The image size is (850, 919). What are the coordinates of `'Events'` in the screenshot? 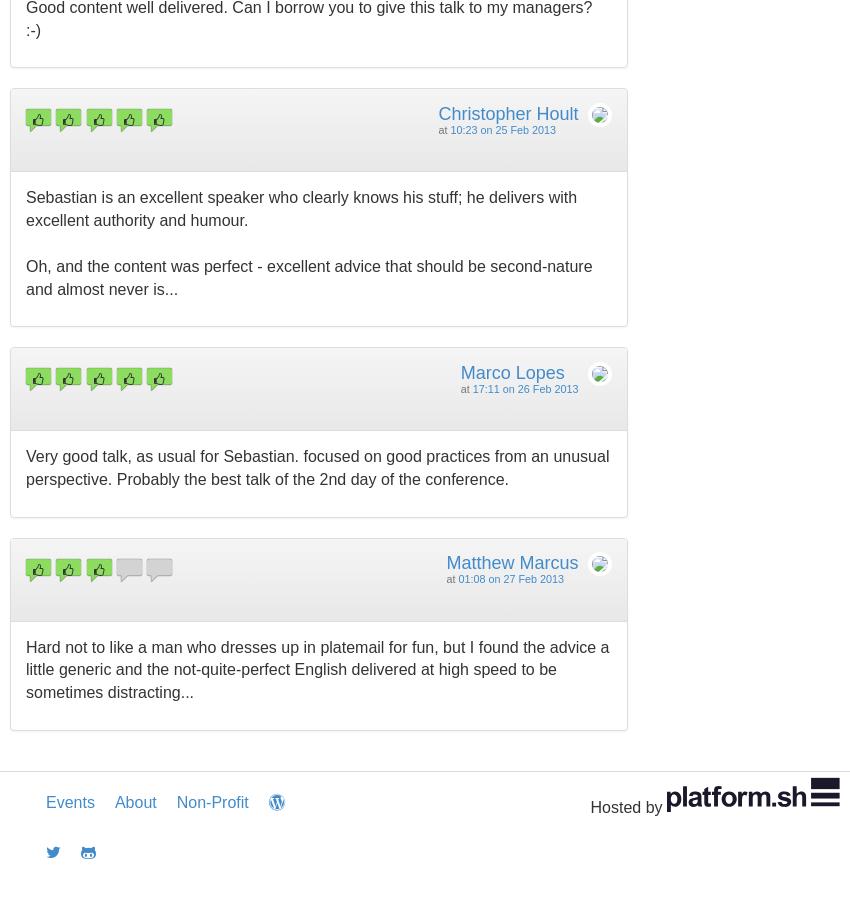 It's located at (70, 802).